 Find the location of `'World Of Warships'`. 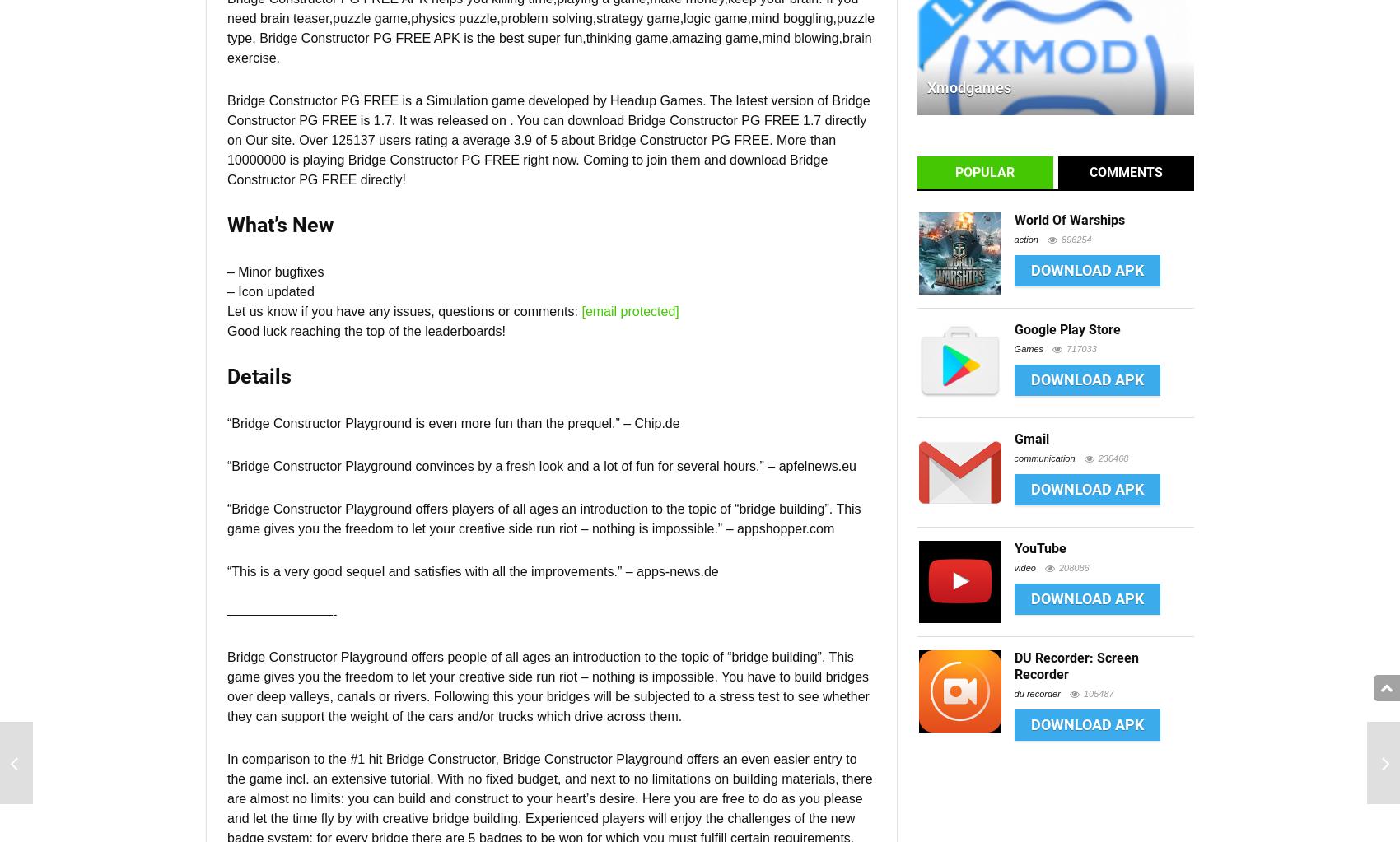

'World Of Warships' is located at coordinates (1068, 220).